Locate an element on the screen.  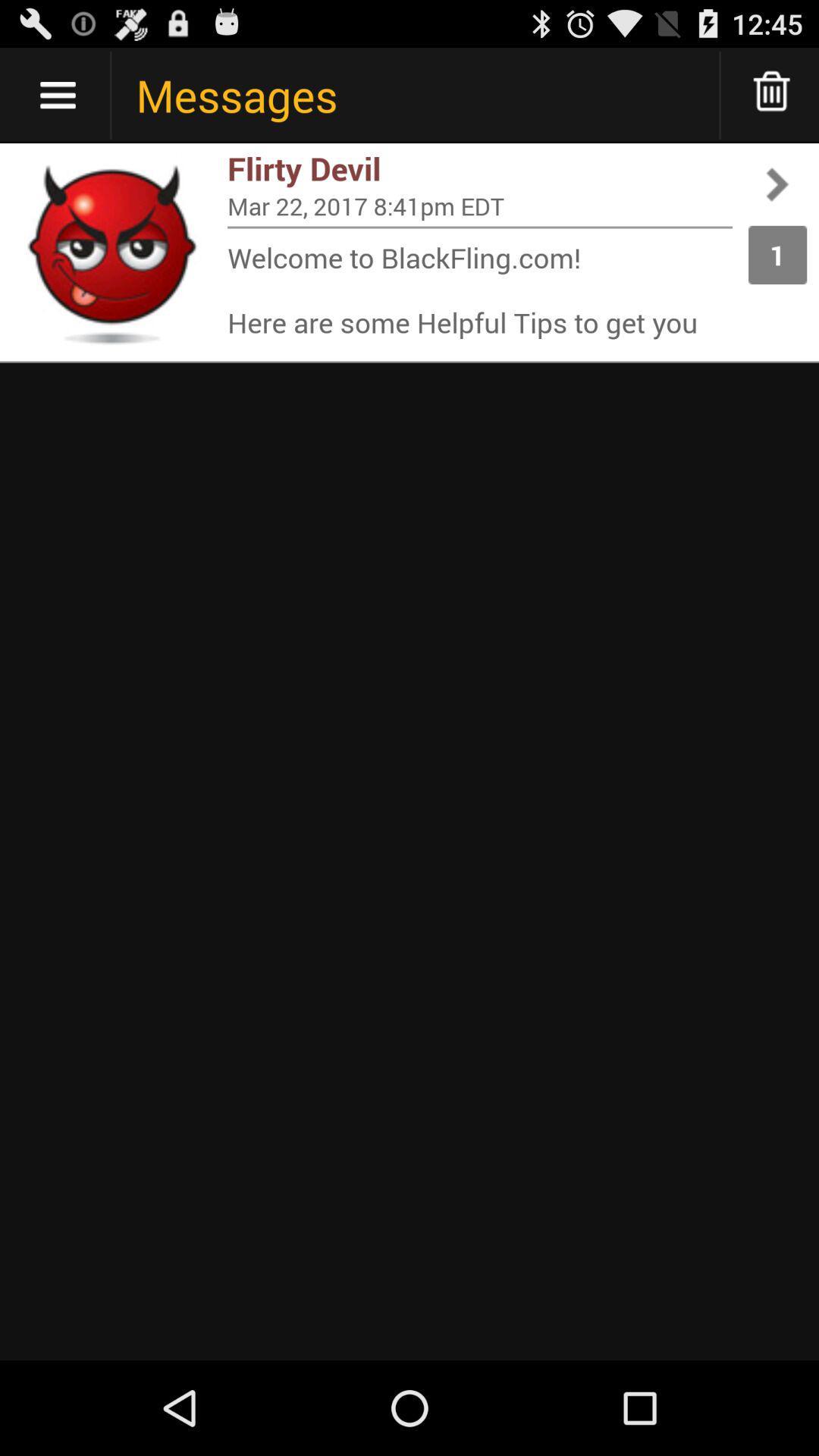
flirty devil app is located at coordinates (479, 168).